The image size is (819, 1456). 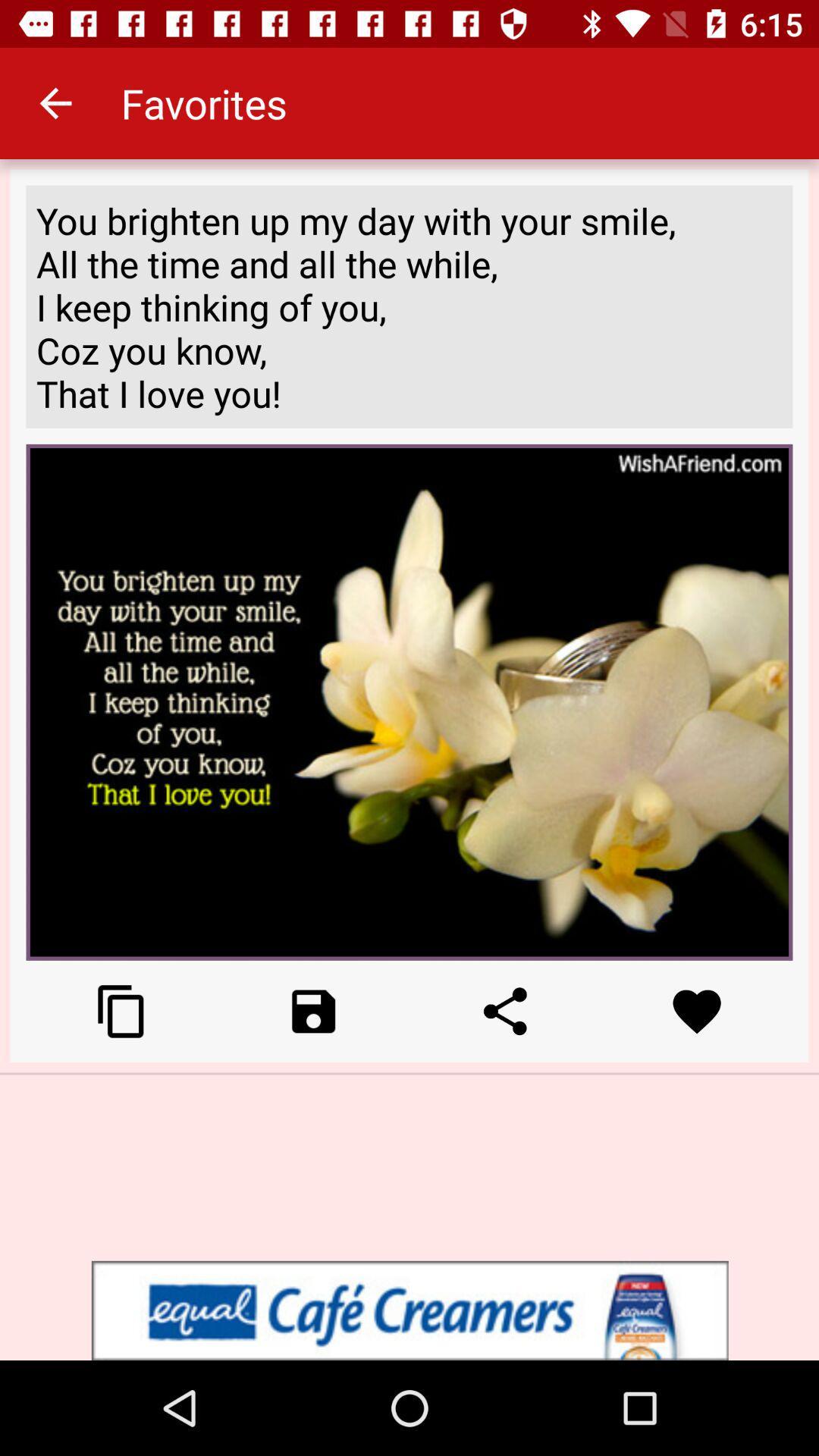 What do you see at coordinates (697, 1011) in the screenshot?
I see `favourites` at bounding box center [697, 1011].